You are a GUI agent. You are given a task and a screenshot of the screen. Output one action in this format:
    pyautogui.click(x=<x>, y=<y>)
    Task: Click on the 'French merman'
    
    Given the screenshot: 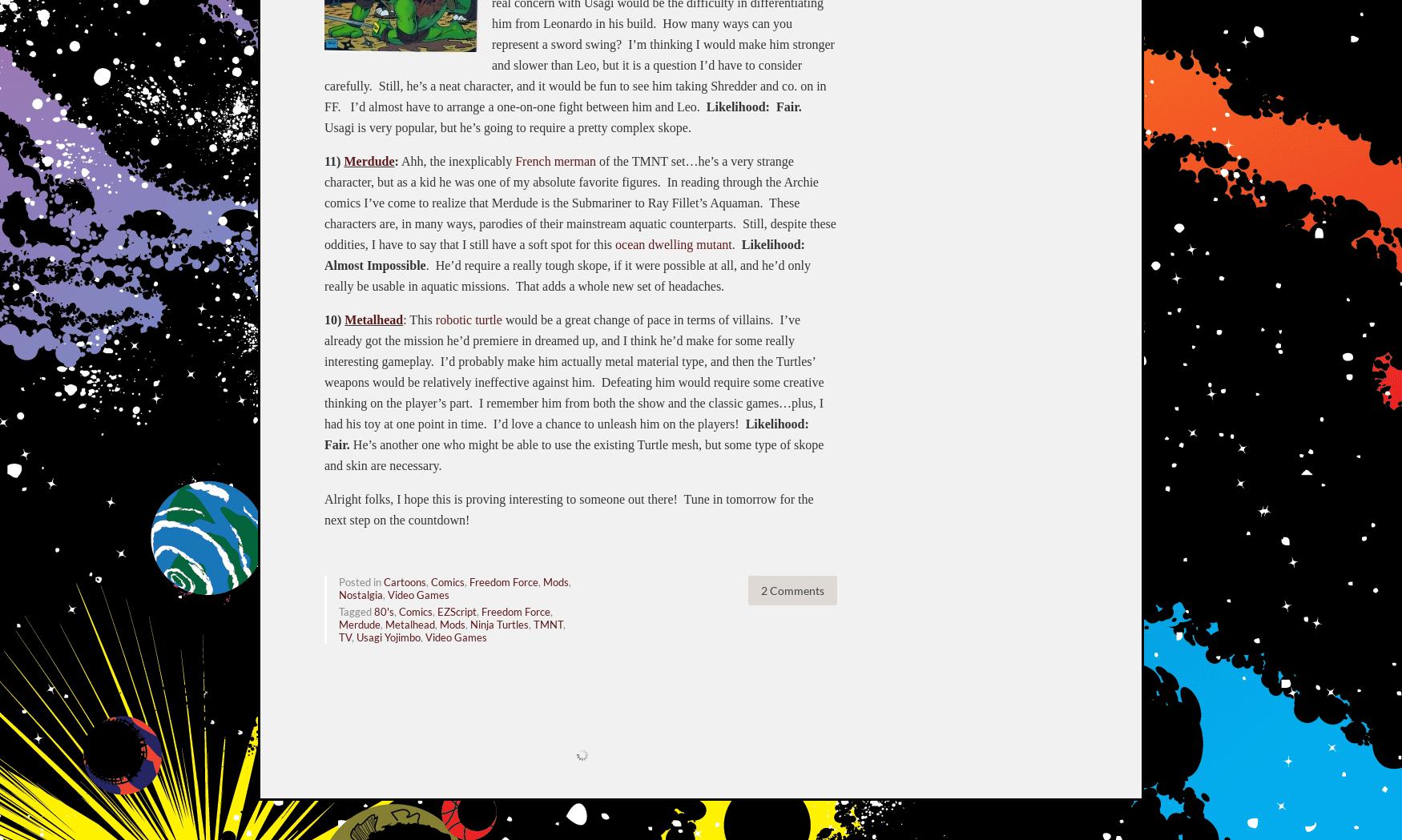 What is the action you would take?
    pyautogui.click(x=555, y=159)
    